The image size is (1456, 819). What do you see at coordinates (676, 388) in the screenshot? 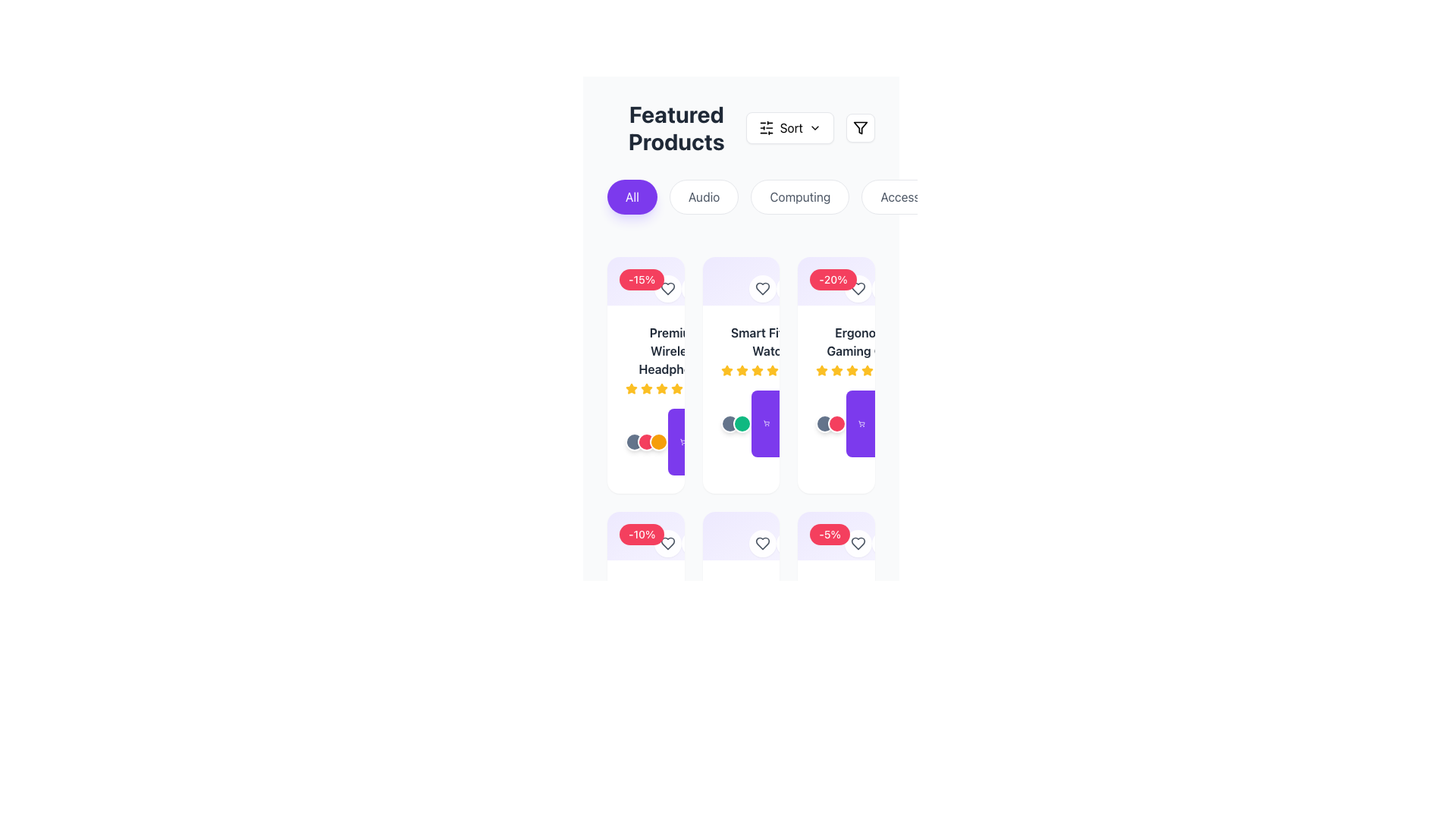
I see `the solid yellow star icon with a black outline, which is part of the rating system for the second product in the first row of the product grid` at bounding box center [676, 388].